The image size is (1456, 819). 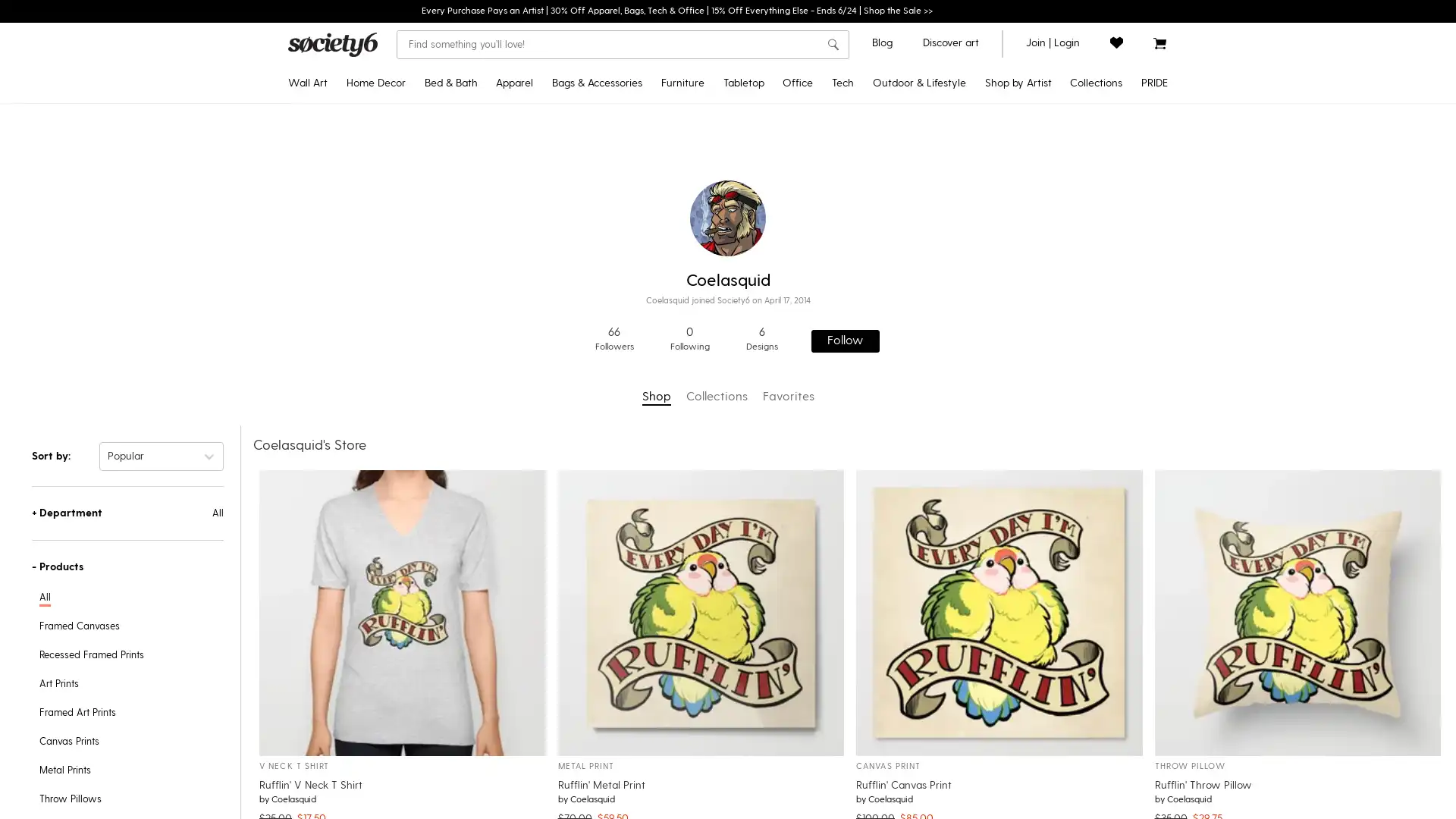 What do you see at coordinates (896, 390) in the screenshot?
I see `iPhone Skins` at bounding box center [896, 390].